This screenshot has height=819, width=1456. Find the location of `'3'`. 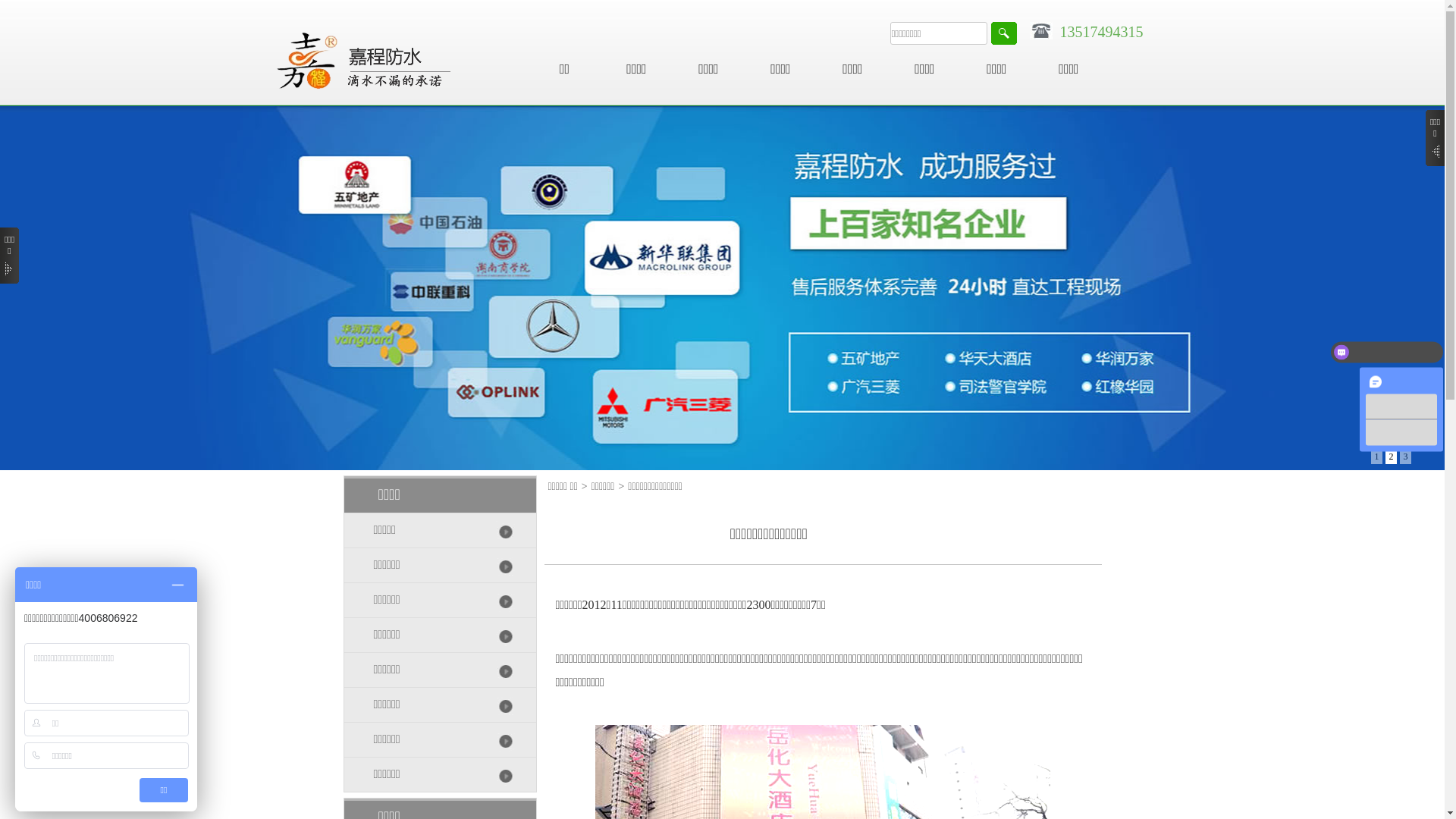

'3' is located at coordinates (1399, 457).